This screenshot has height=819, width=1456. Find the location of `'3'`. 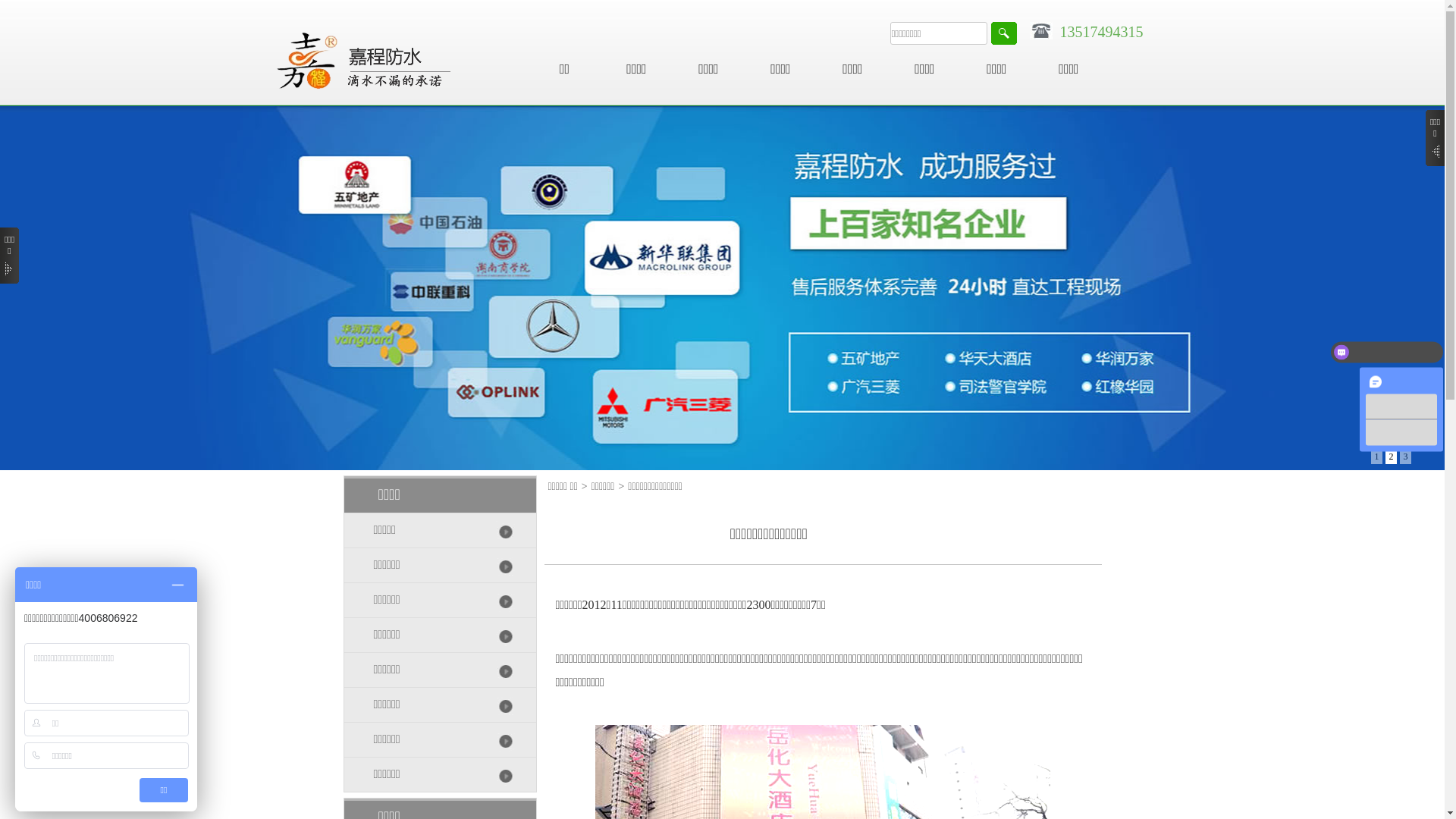

'3' is located at coordinates (1399, 457).